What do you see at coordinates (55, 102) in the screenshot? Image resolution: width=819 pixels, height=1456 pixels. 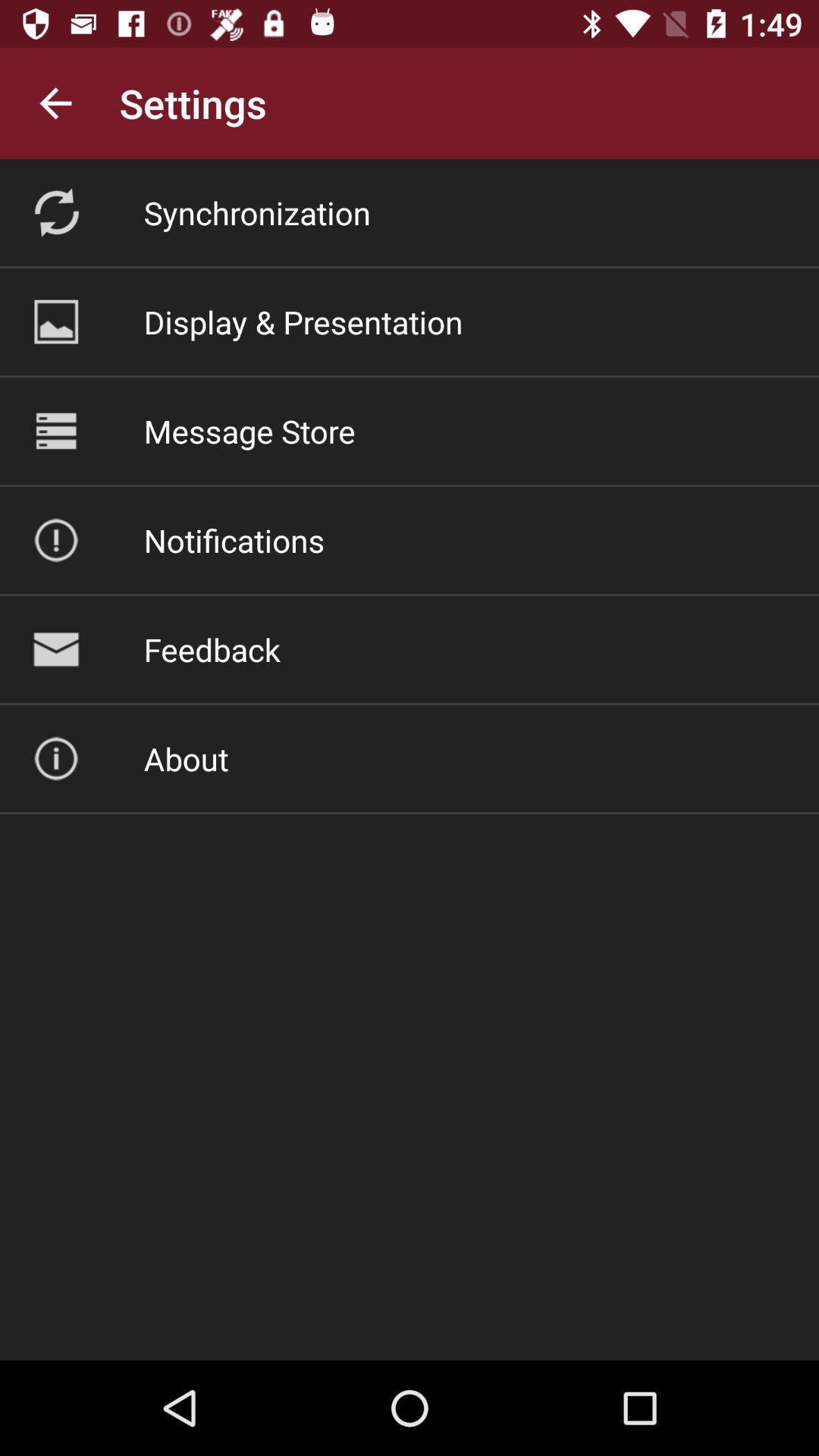 I see `app next to settings icon` at bounding box center [55, 102].